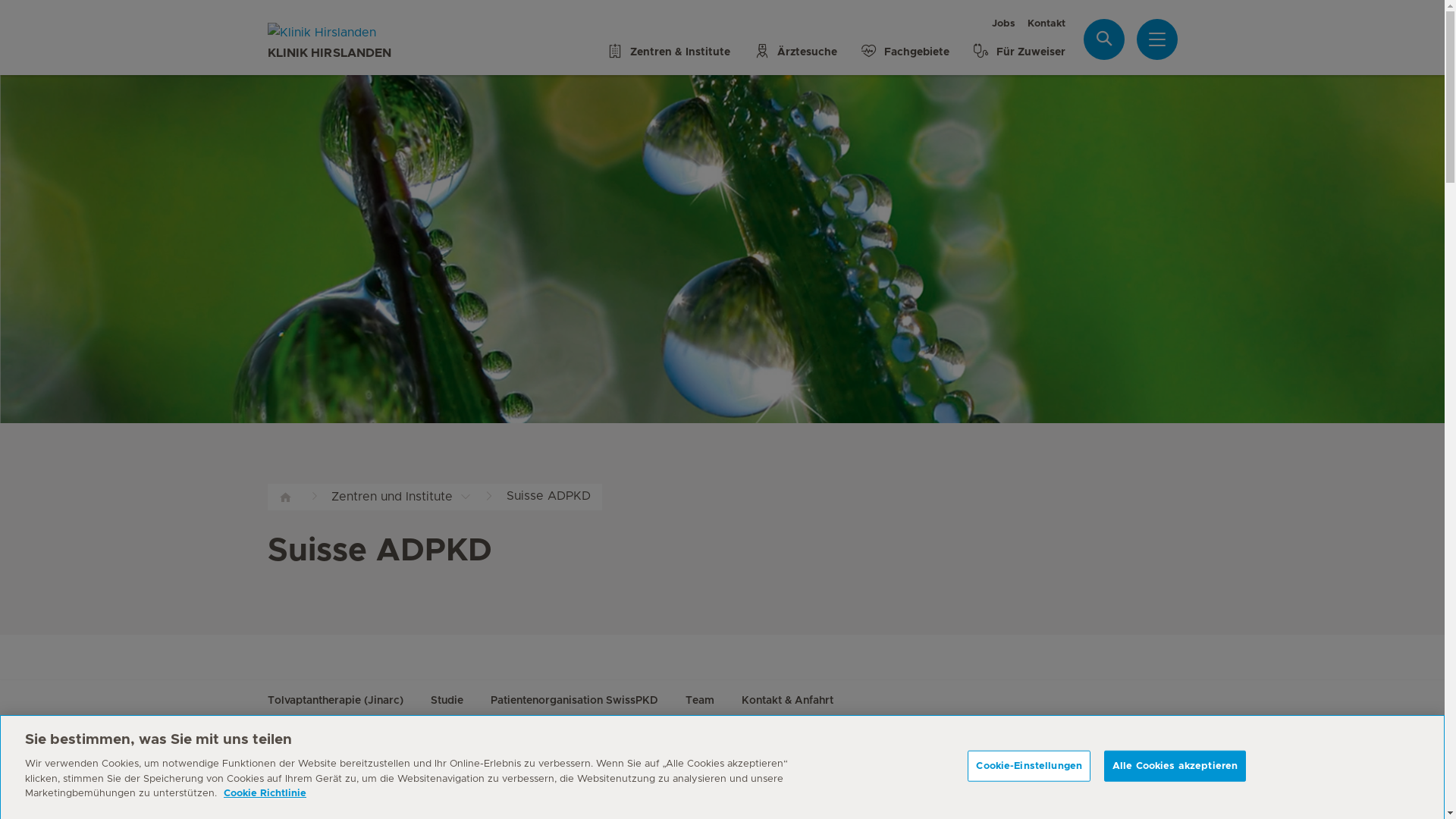 This screenshot has width=1456, height=819. I want to click on 'Kontakt', so click(1044, 24).